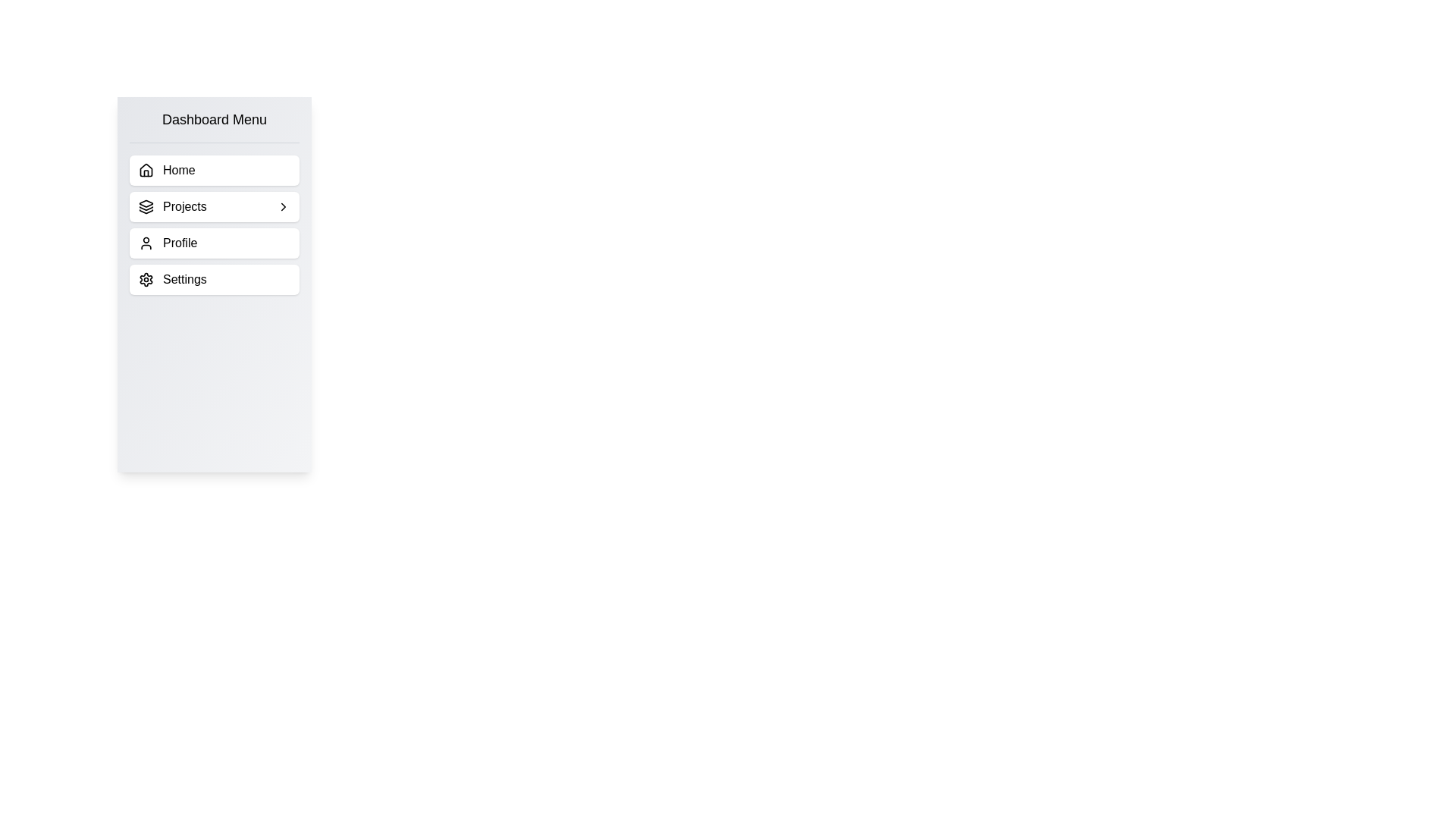 The height and width of the screenshot is (819, 1456). What do you see at coordinates (168, 242) in the screenshot?
I see `the Navigation Menu Item located in the third row of the vertical navigation menu, which leads to the user's profile section` at bounding box center [168, 242].